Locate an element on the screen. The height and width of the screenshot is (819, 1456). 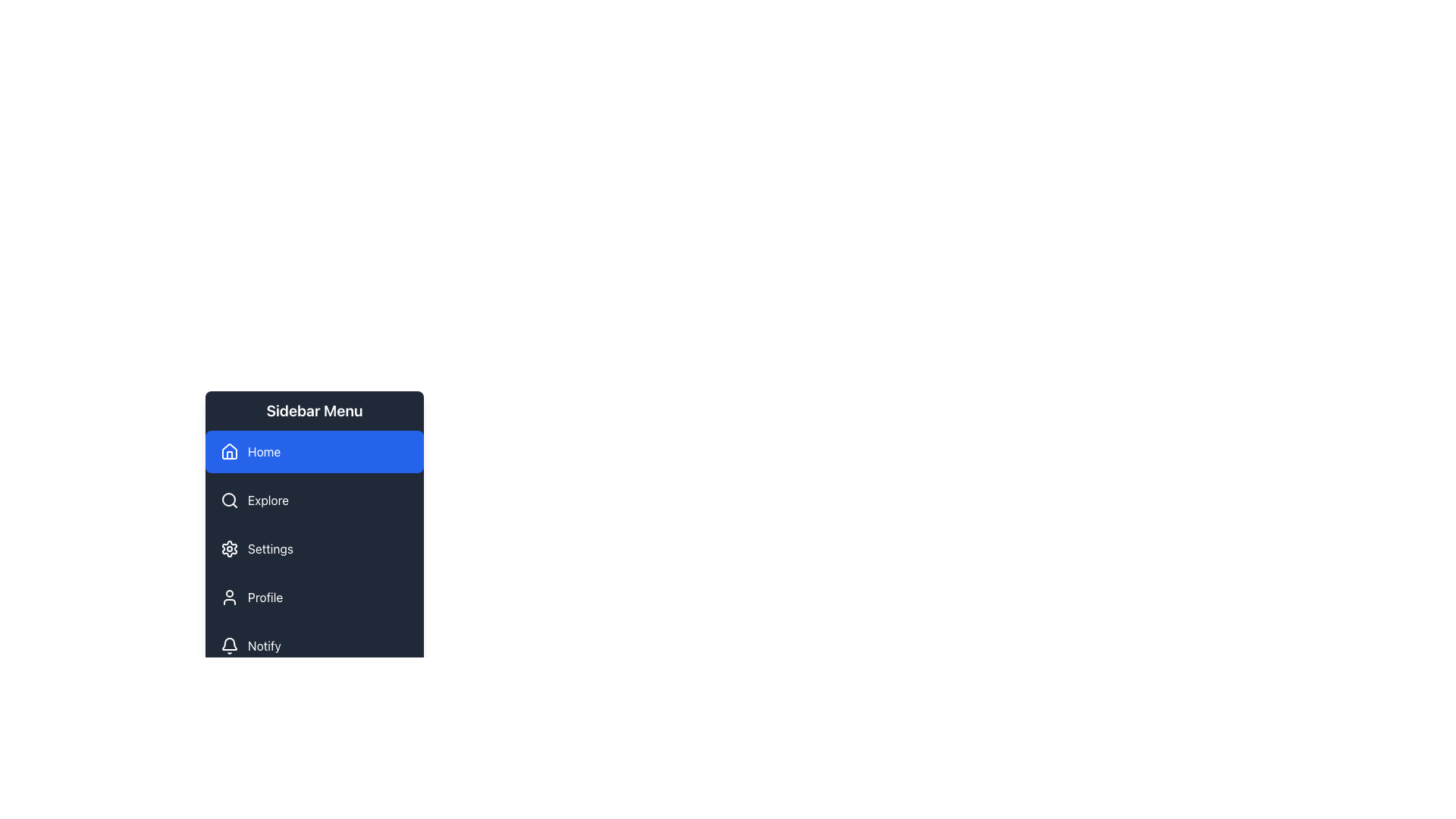
the 'Sidebar Menu' label, which is a bold, large white text header positioned at the top of a dark rounded sidebar is located at coordinates (313, 411).